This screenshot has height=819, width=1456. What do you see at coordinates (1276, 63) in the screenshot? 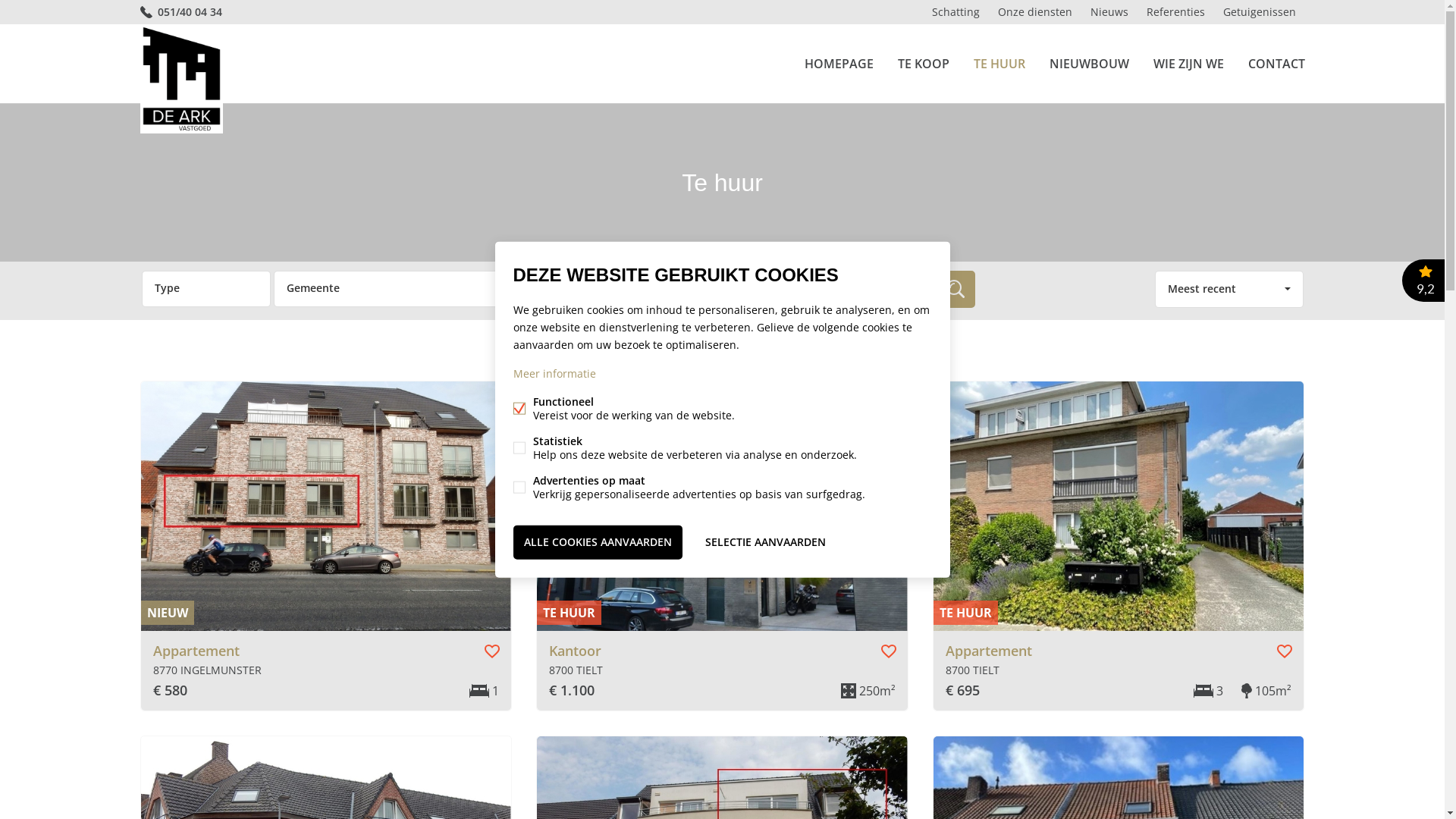
I see `'CONTACT'` at bounding box center [1276, 63].